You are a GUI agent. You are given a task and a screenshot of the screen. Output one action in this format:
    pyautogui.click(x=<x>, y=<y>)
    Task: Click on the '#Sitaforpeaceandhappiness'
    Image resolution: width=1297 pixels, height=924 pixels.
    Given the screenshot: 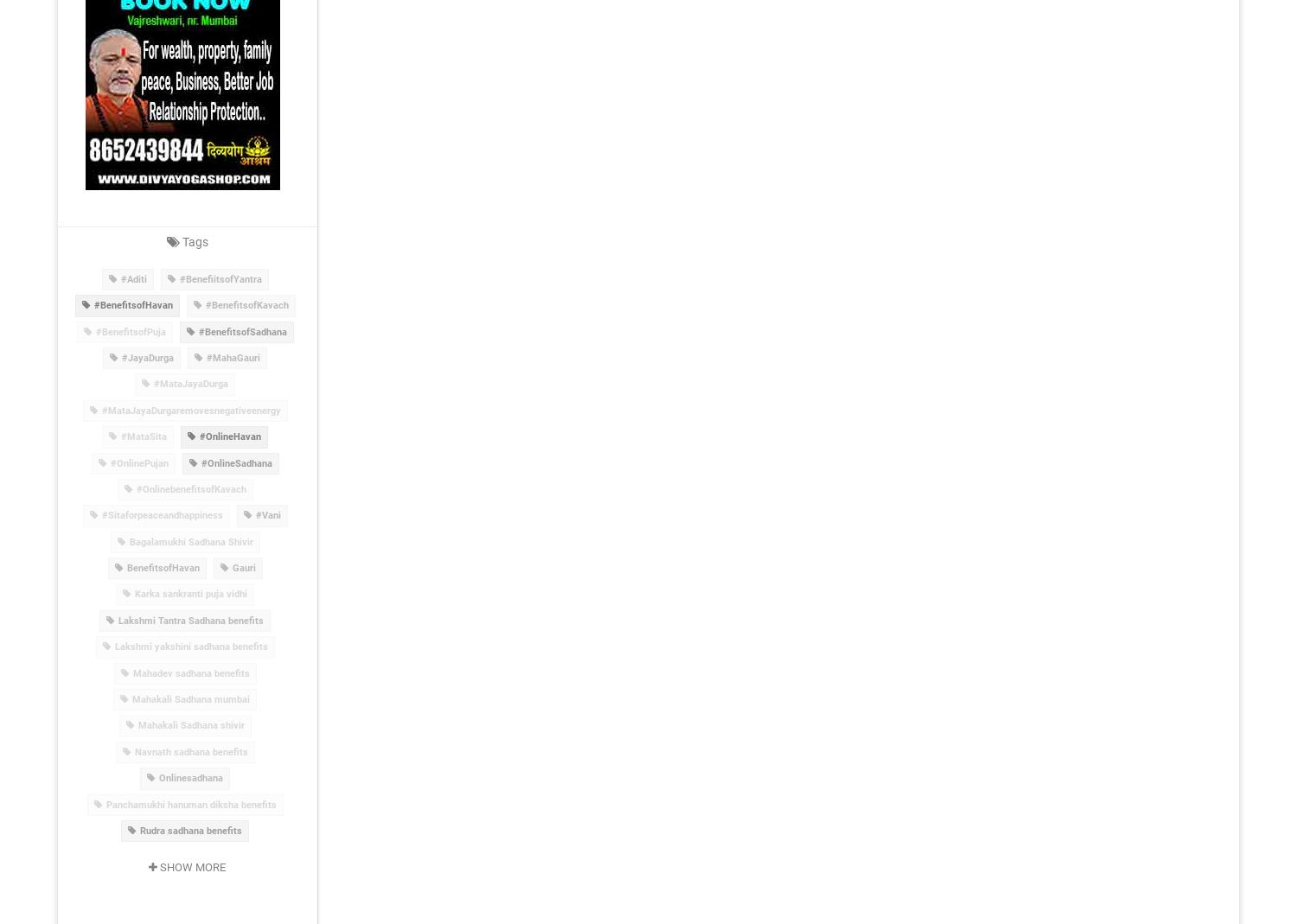 What is the action you would take?
    pyautogui.click(x=162, y=515)
    